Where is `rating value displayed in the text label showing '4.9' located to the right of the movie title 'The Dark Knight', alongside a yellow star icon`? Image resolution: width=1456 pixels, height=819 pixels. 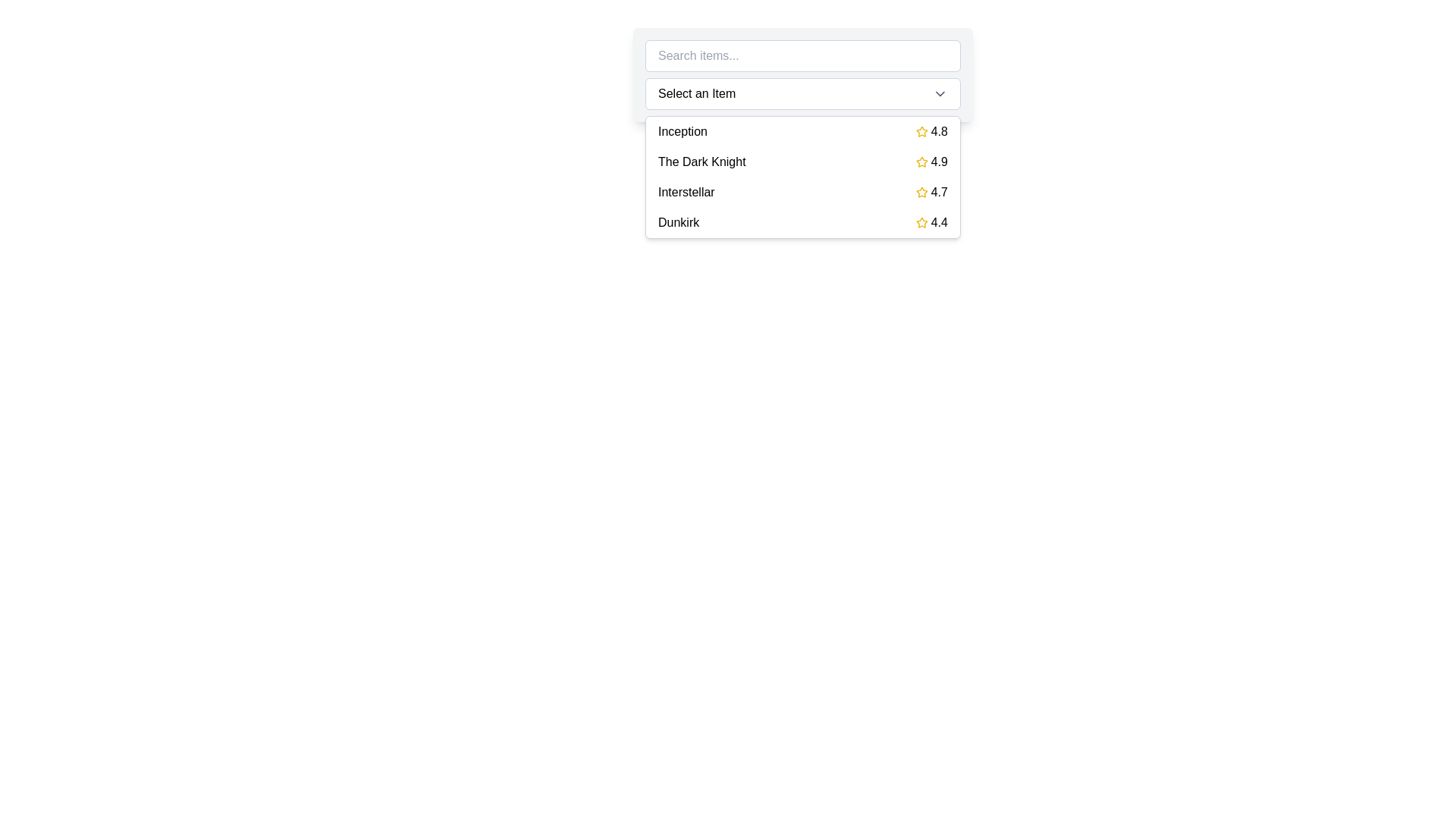
rating value displayed in the text label showing '4.9' located to the right of the movie title 'The Dark Knight', alongside a yellow star icon is located at coordinates (930, 162).